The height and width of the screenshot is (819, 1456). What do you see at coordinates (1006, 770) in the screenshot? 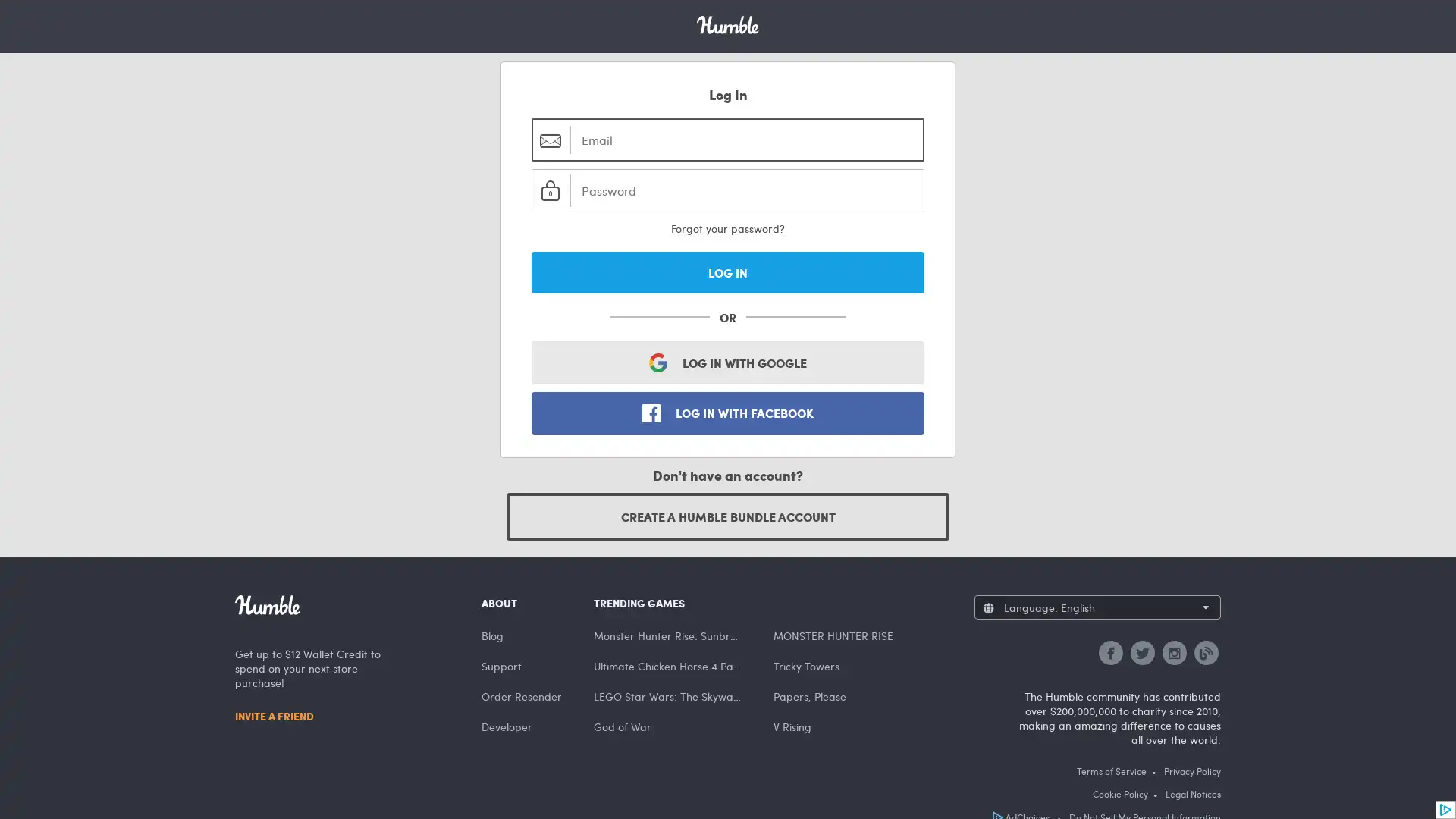
I see `Espanol` at bounding box center [1006, 770].